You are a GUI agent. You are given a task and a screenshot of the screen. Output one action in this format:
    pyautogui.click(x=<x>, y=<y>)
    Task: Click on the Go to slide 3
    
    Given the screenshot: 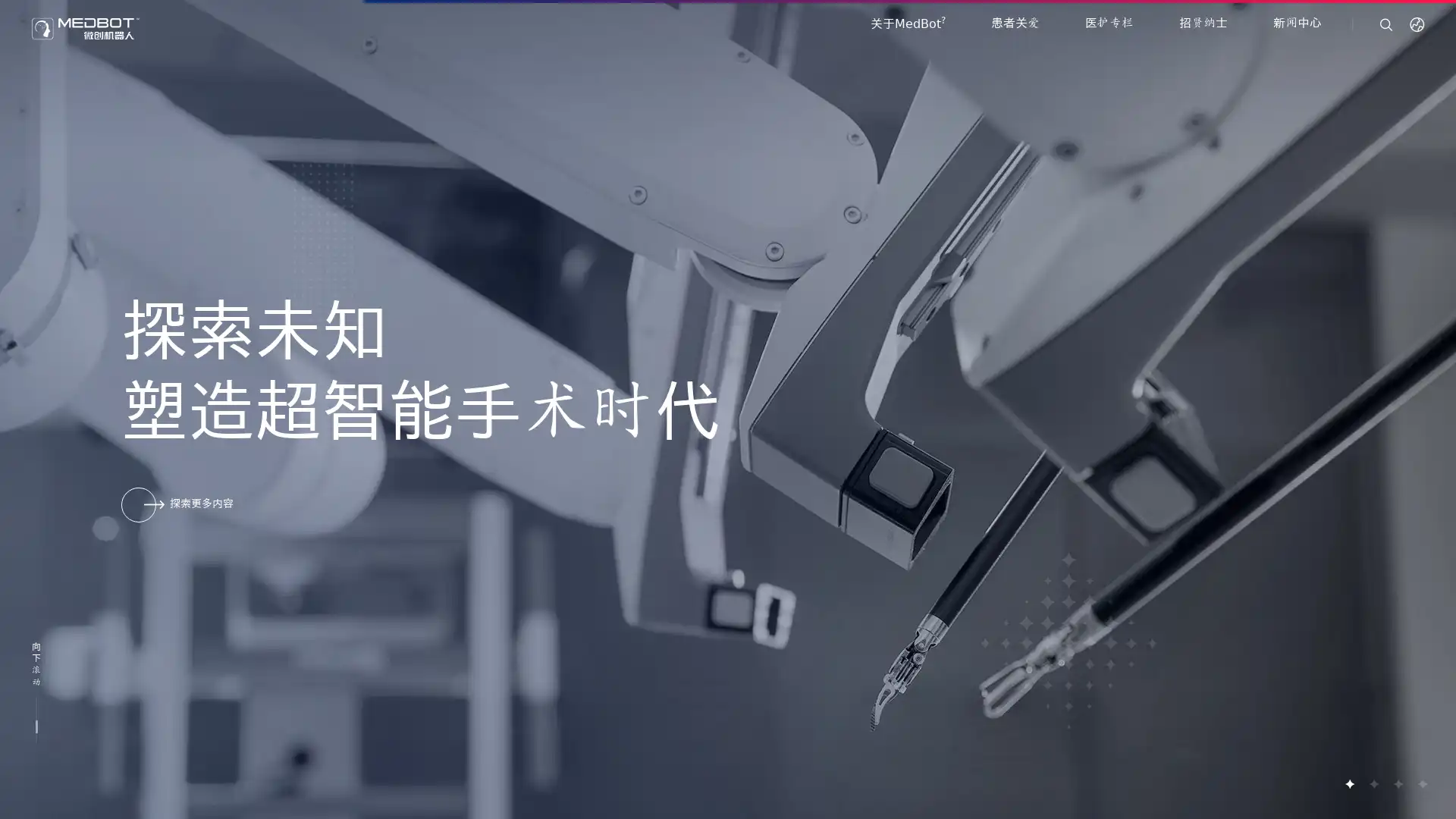 What is the action you would take?
    pyautogui.click(x=1397, y=783)
    